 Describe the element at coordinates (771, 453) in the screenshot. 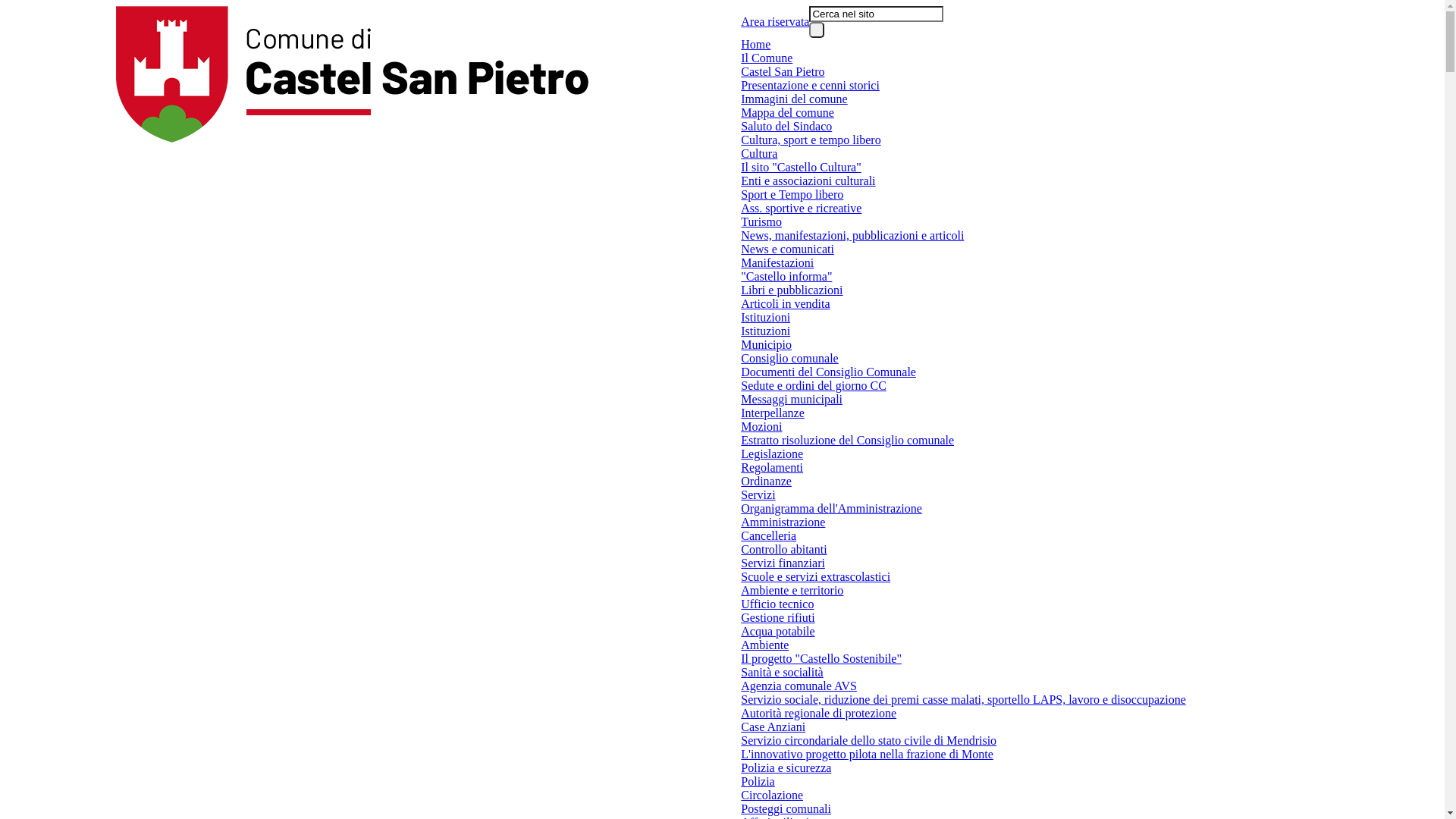

I see `'Legislazione'` at that location.